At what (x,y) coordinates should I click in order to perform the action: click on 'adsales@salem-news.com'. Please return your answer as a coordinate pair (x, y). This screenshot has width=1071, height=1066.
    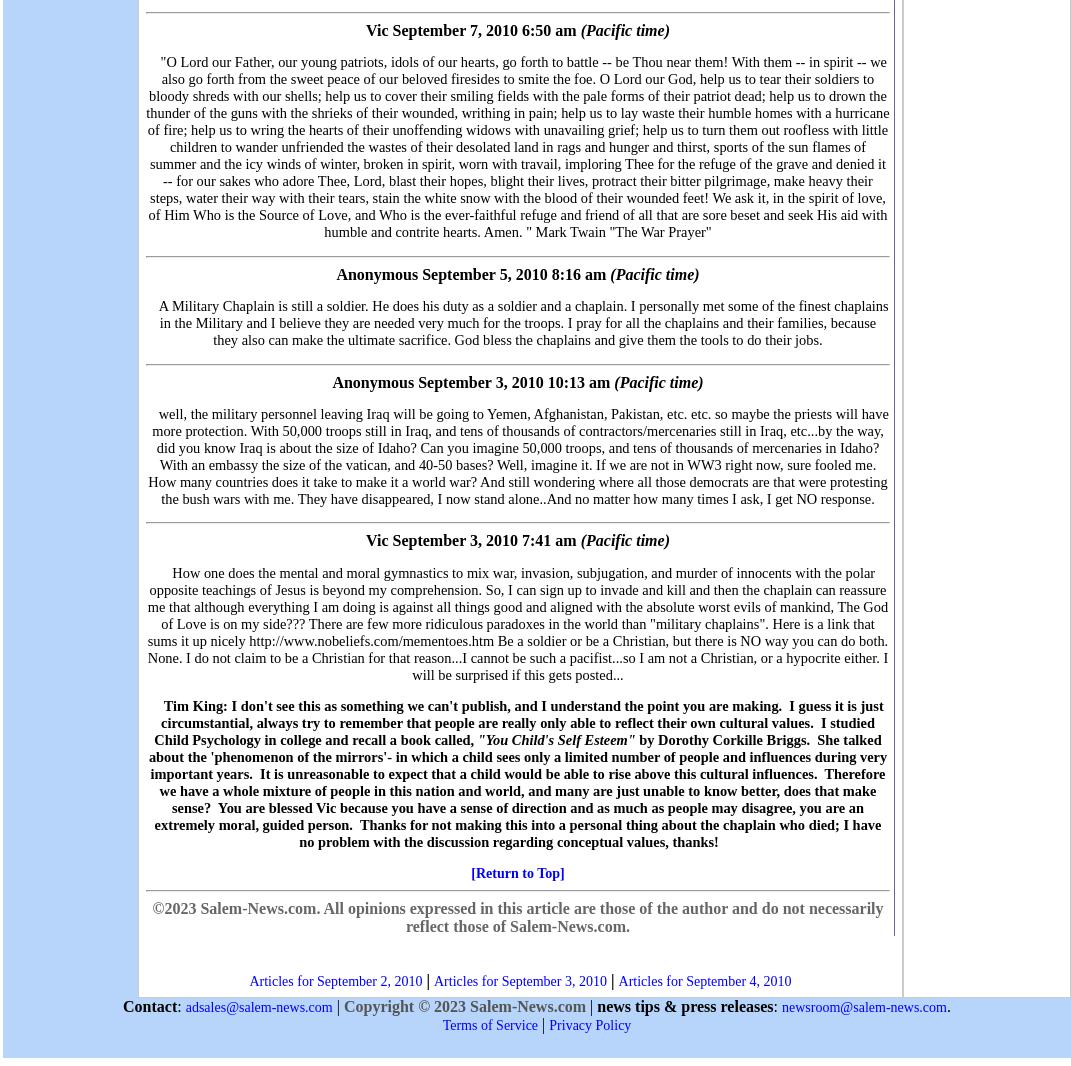
    Looking at the image, I should click on (183, 1006).